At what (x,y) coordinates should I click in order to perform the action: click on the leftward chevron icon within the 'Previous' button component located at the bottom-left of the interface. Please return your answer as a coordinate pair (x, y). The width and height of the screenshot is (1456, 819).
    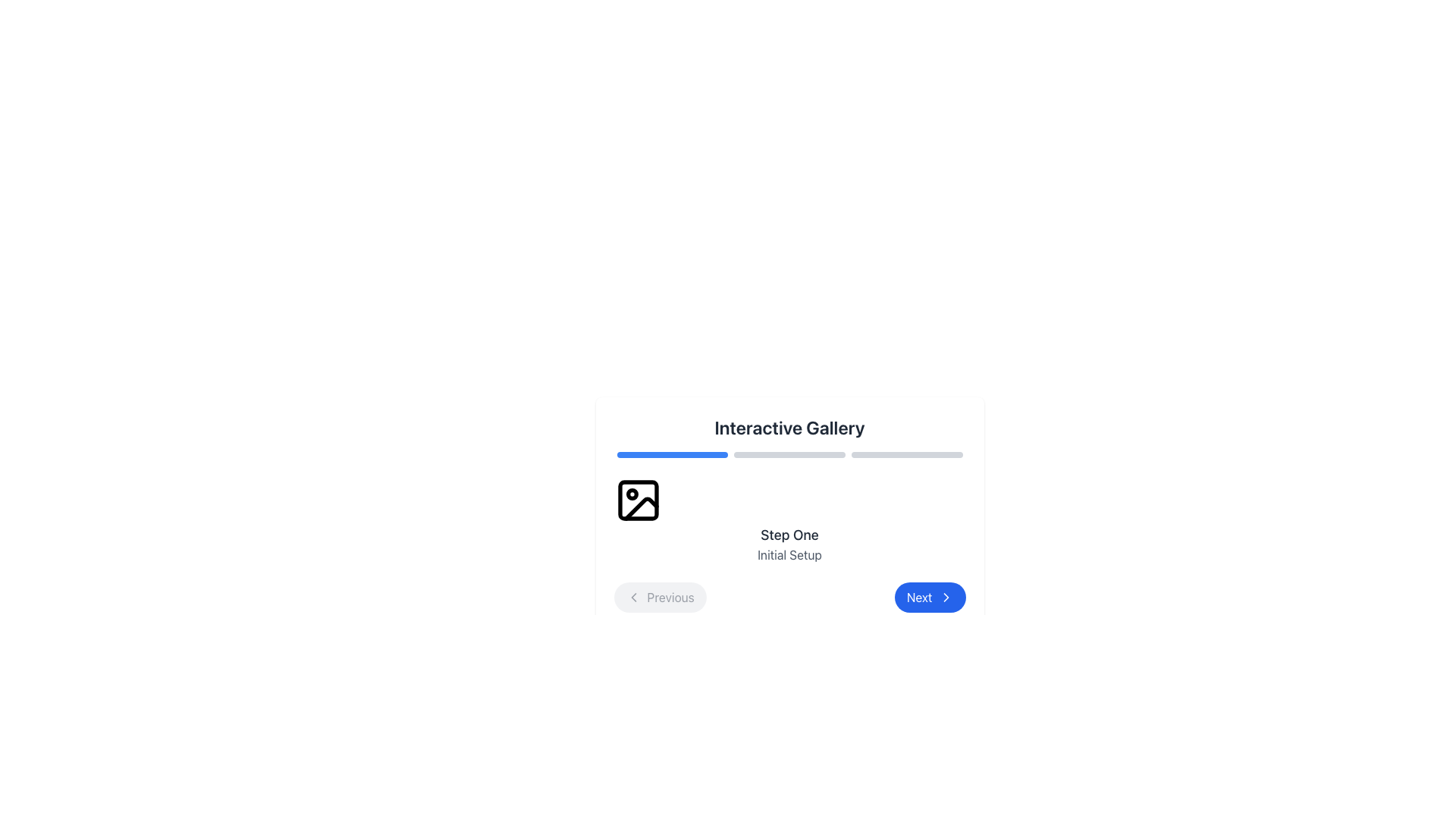
    Looking at the image, I should click on (633, 596).